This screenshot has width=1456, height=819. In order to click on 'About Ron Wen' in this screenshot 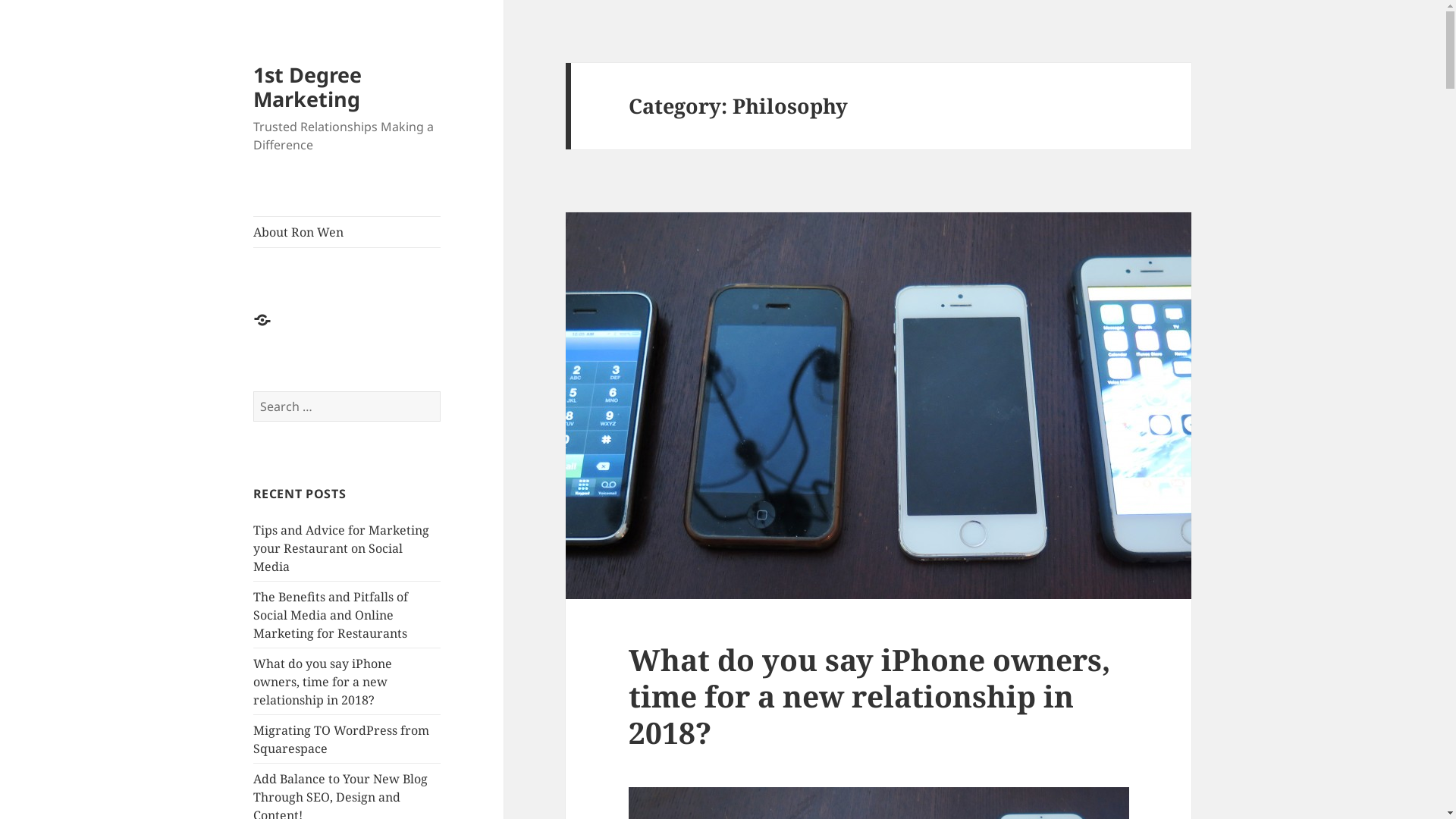, I will do `click(253, 231)`.